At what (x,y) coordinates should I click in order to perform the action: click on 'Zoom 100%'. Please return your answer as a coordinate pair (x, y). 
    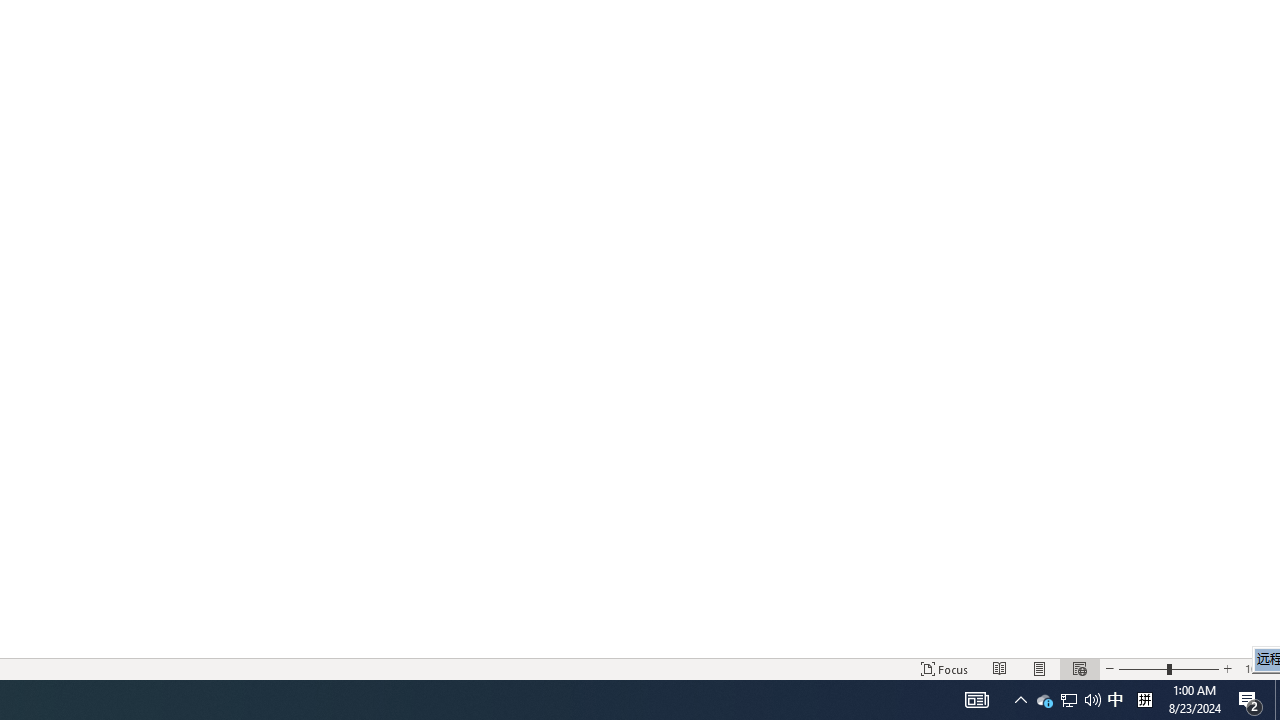
    Looking at the image, I should click on (1257, 669).